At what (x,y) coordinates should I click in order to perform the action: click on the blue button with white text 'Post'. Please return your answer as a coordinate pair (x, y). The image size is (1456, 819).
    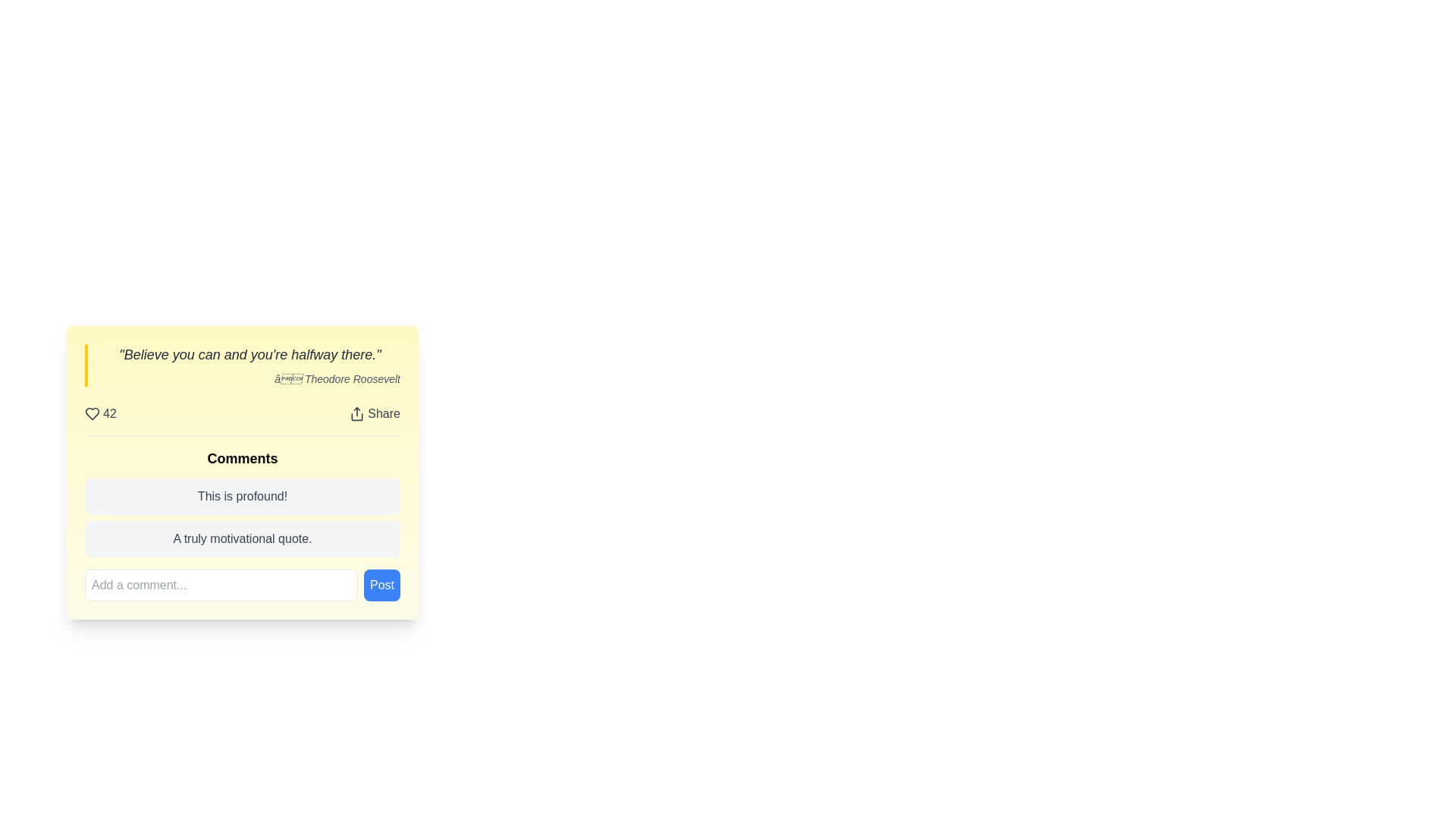
    Looking at the image, I should click on (382, 584).